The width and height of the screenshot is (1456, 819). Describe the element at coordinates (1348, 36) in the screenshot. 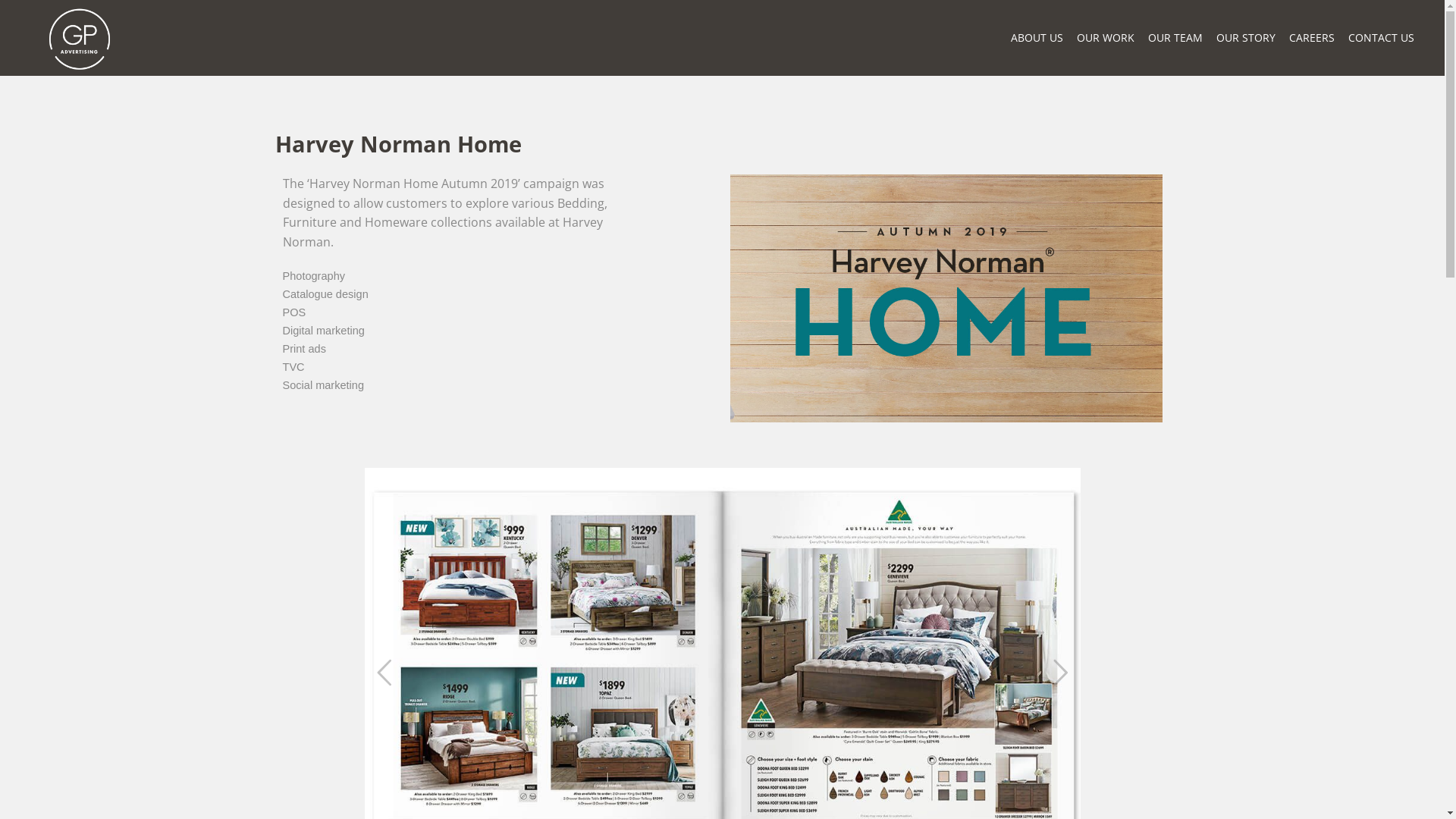

I see `'CONTACT US'` at that location.